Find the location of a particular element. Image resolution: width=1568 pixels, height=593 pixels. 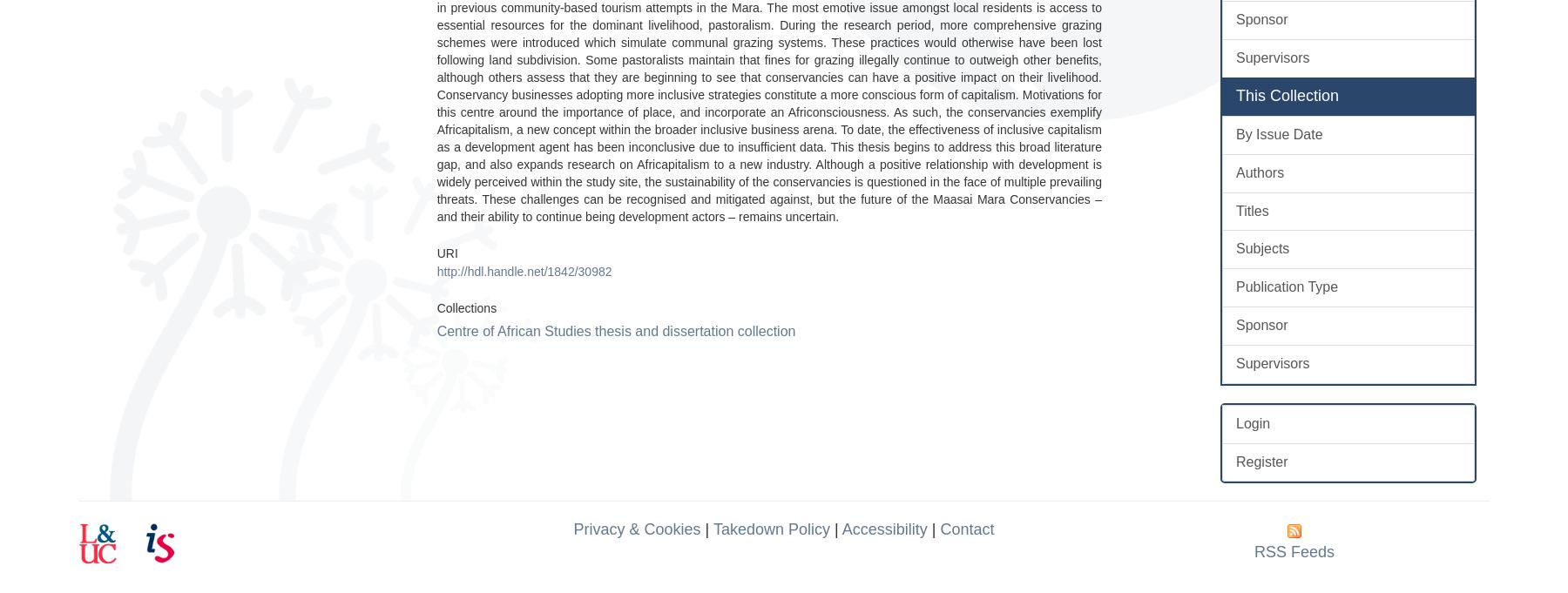

'URI' is located at coordinates (446, 252).